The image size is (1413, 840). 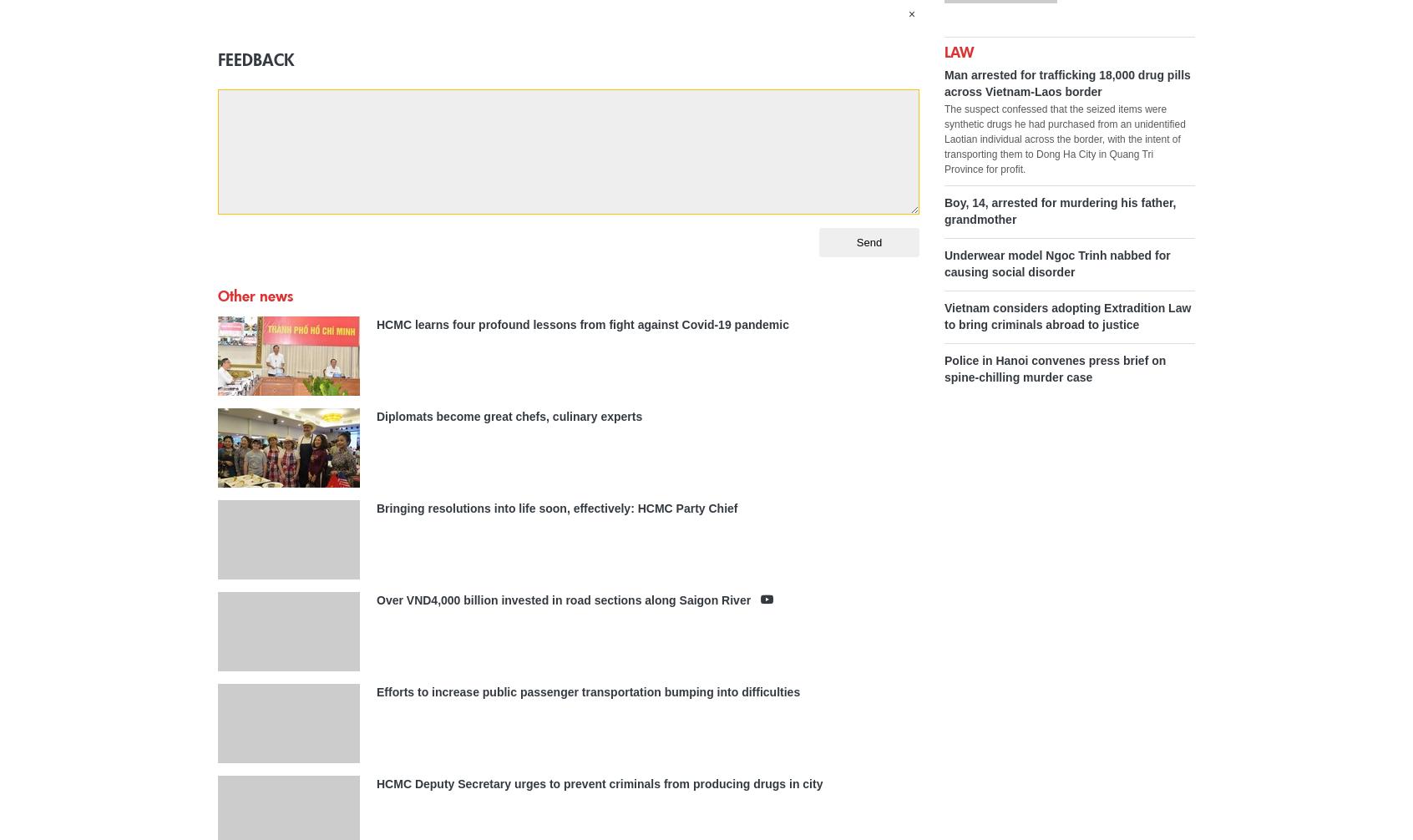 I want to click on 'Over VND4,000 billion invested in road sections along Saigon River', so click(x=375, y=599).